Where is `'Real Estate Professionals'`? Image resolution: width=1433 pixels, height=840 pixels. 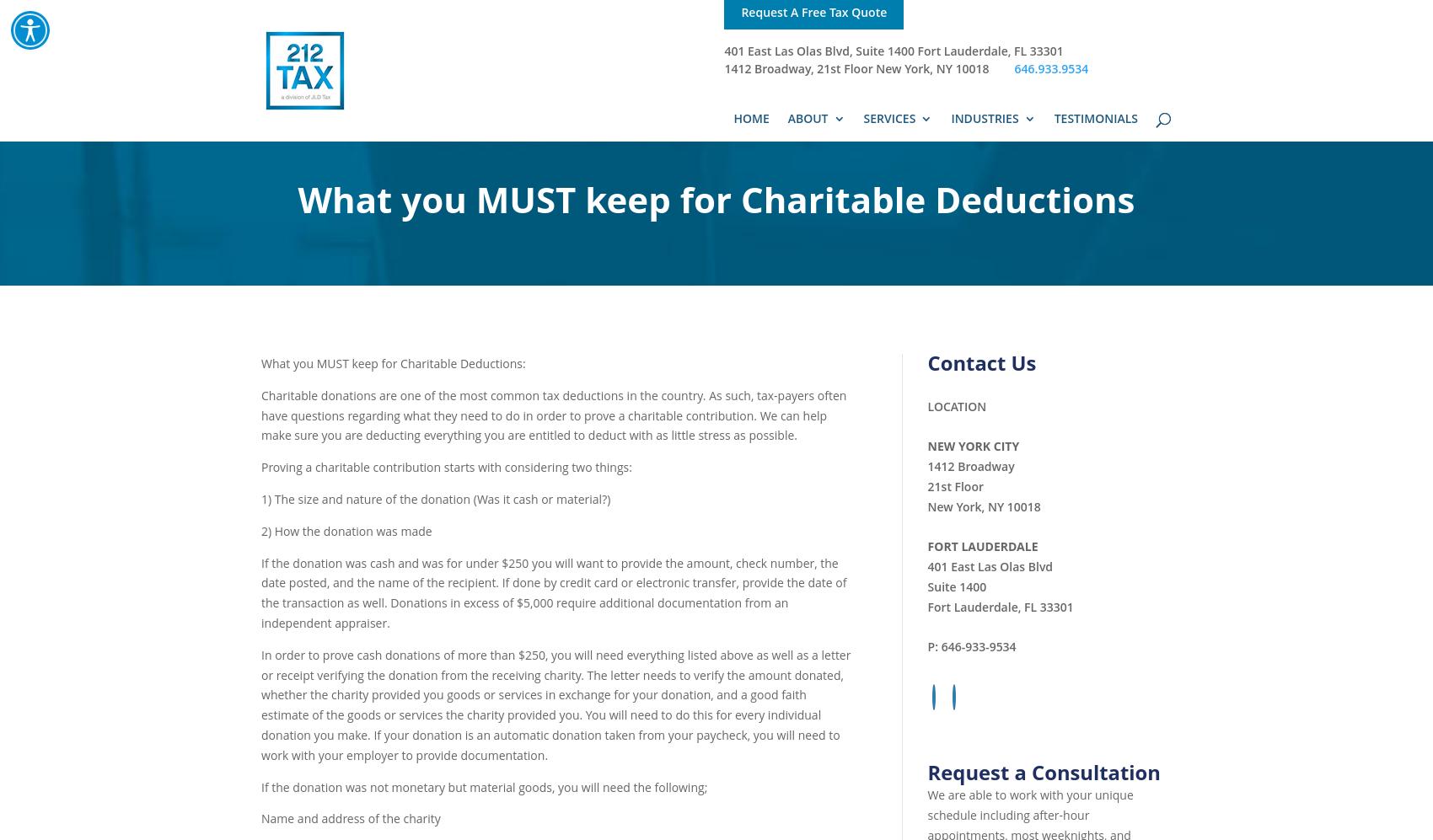
'Real Estate Professionals' is located at coordinates (1022, 211).